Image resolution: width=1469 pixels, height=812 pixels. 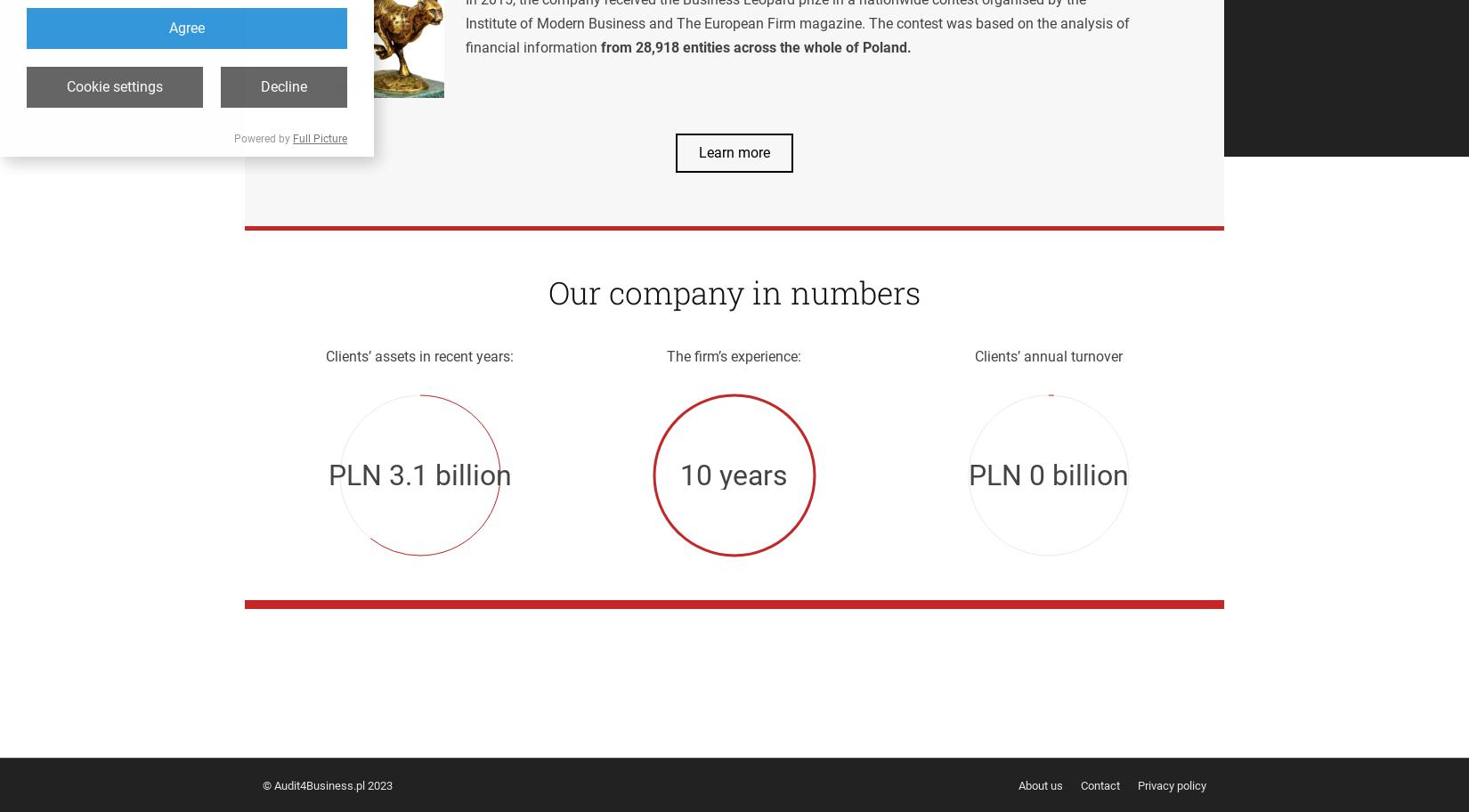 What do you see at coordinates (820, 655) in the screenshot?
I see `'e-mail:'` at bounding box center [820, 655].